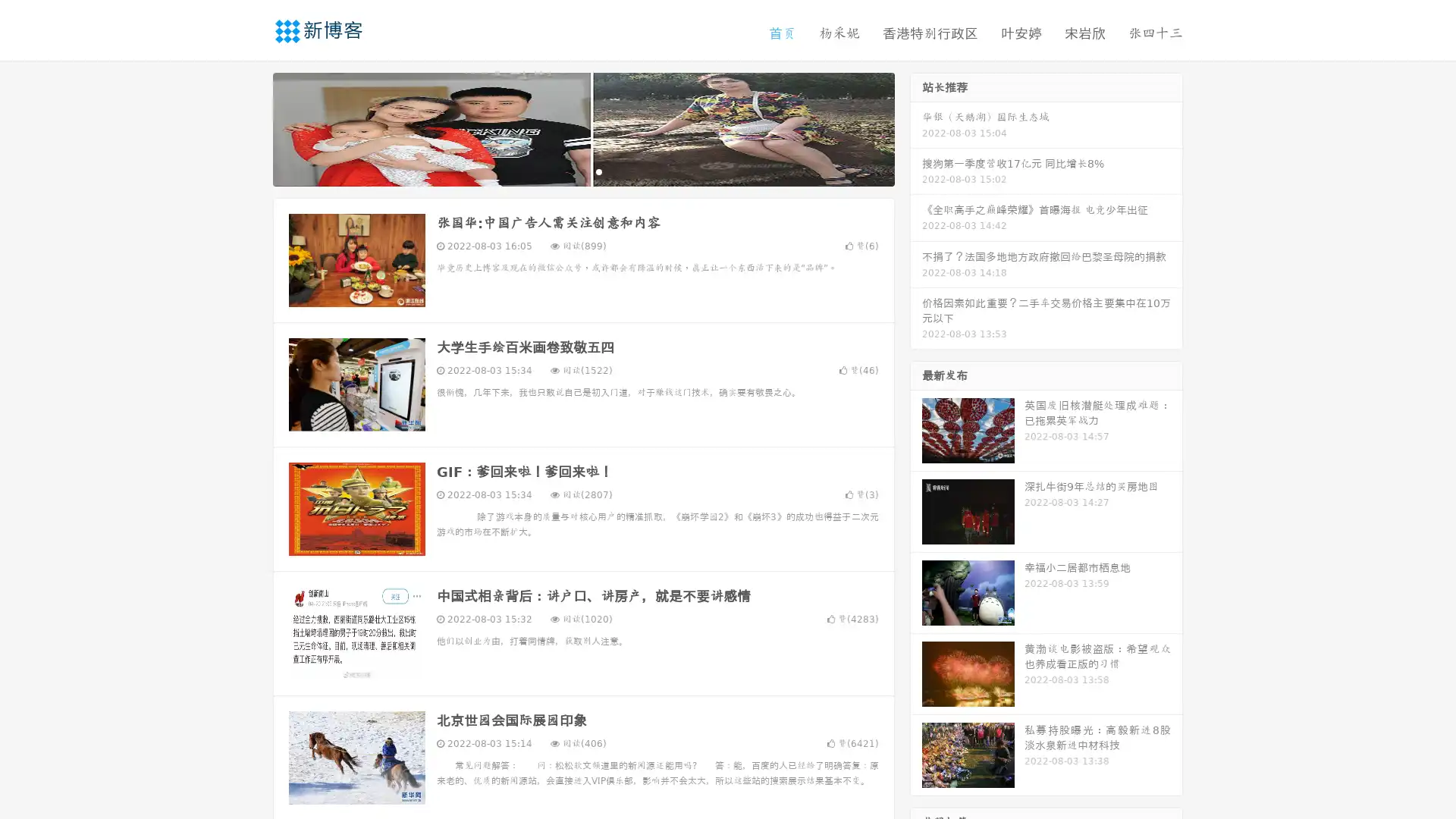 The width and height of the screenshot is (1456, 819). Describe the element at coordinates (250, 127) in the screenshot. I see `Previous slide` at that location.